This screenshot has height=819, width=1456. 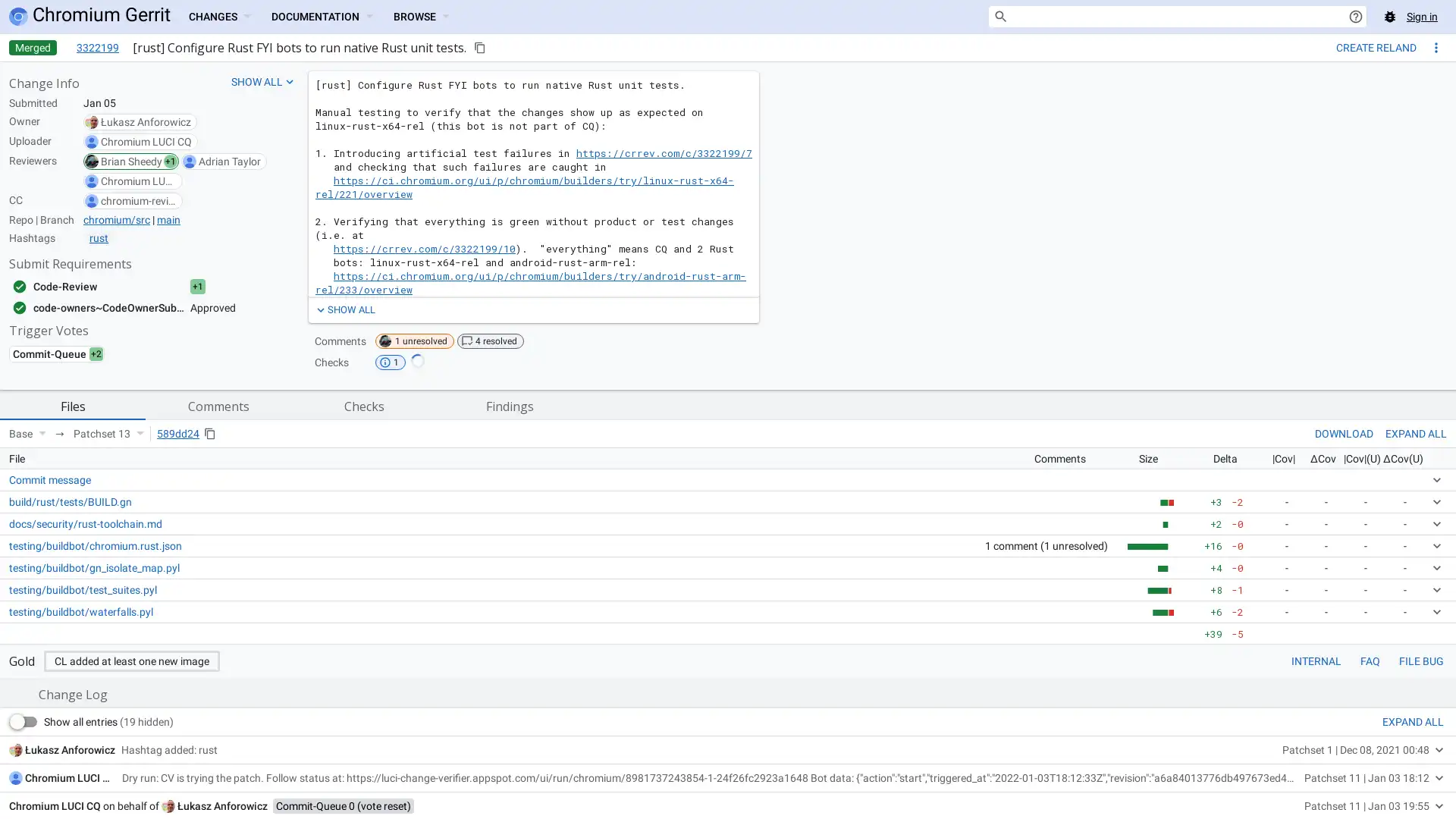 I want to click on Adrian Taylor, so click(x=228, y=161).